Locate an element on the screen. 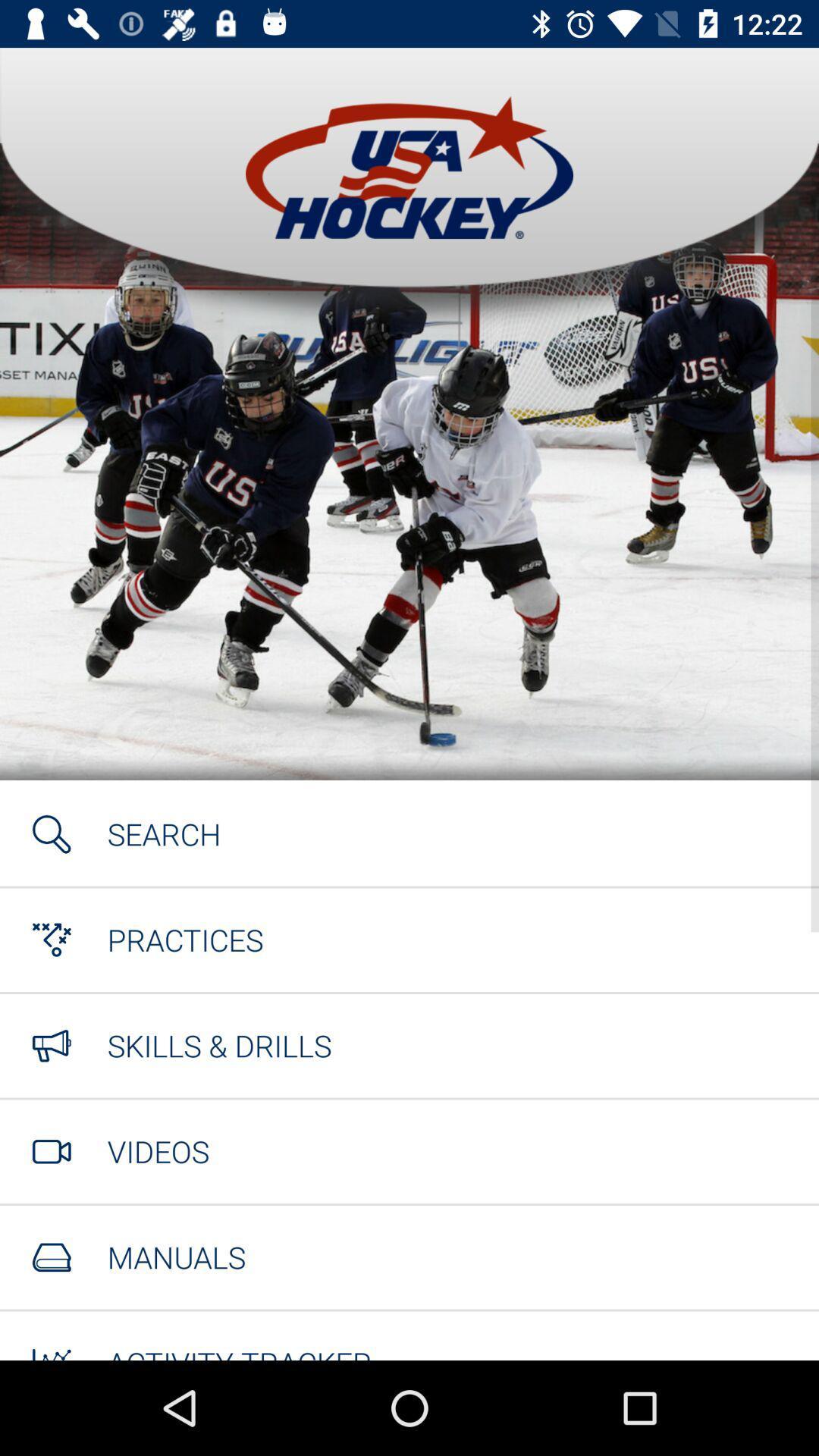 The width and height of the screenshot is (819, 1456). the practices is located at coordinates (184, 939).